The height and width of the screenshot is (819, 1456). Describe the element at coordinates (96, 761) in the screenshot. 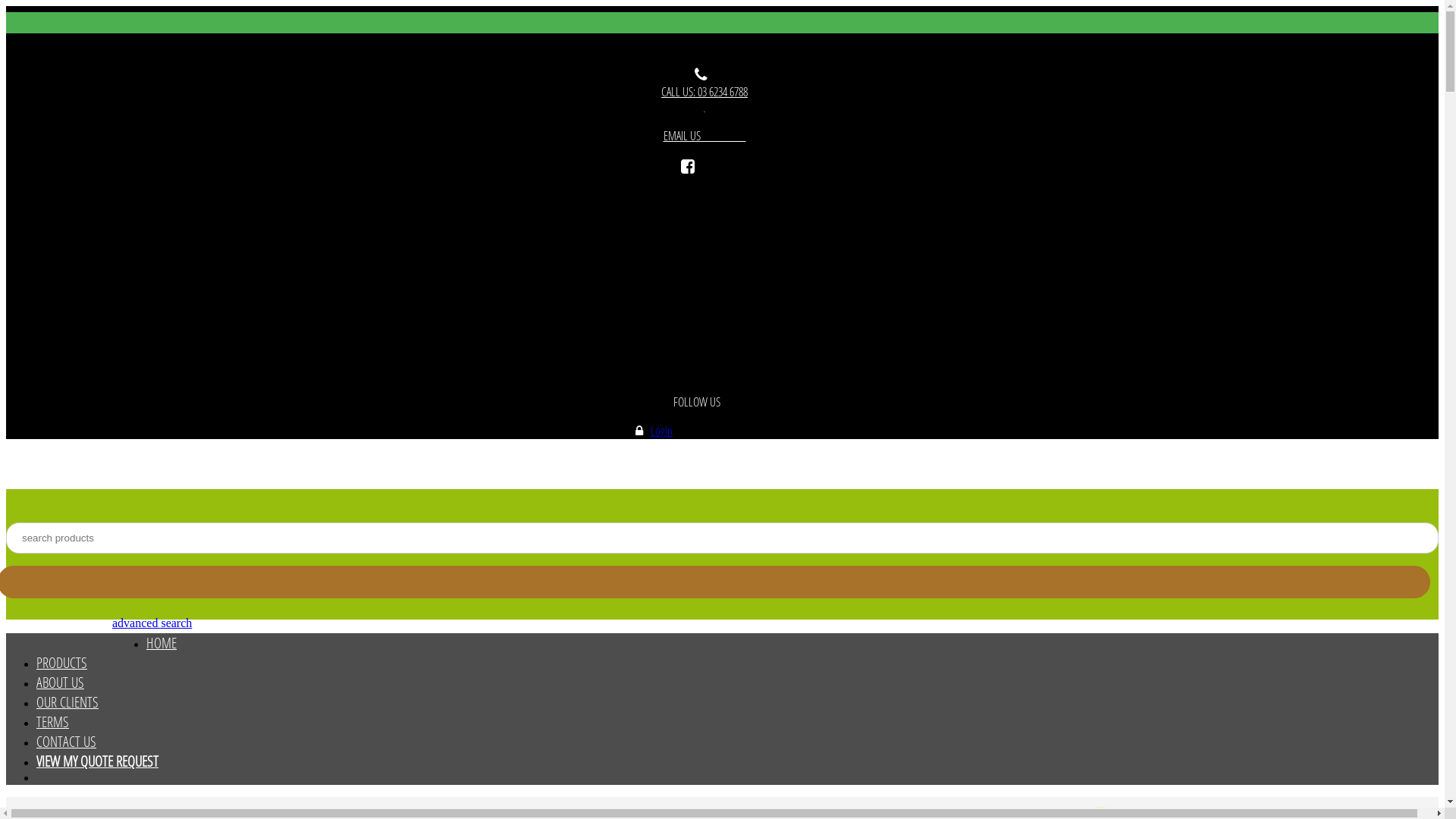

I see `'VIEW MY QUOTE REQUEST'` at that location.